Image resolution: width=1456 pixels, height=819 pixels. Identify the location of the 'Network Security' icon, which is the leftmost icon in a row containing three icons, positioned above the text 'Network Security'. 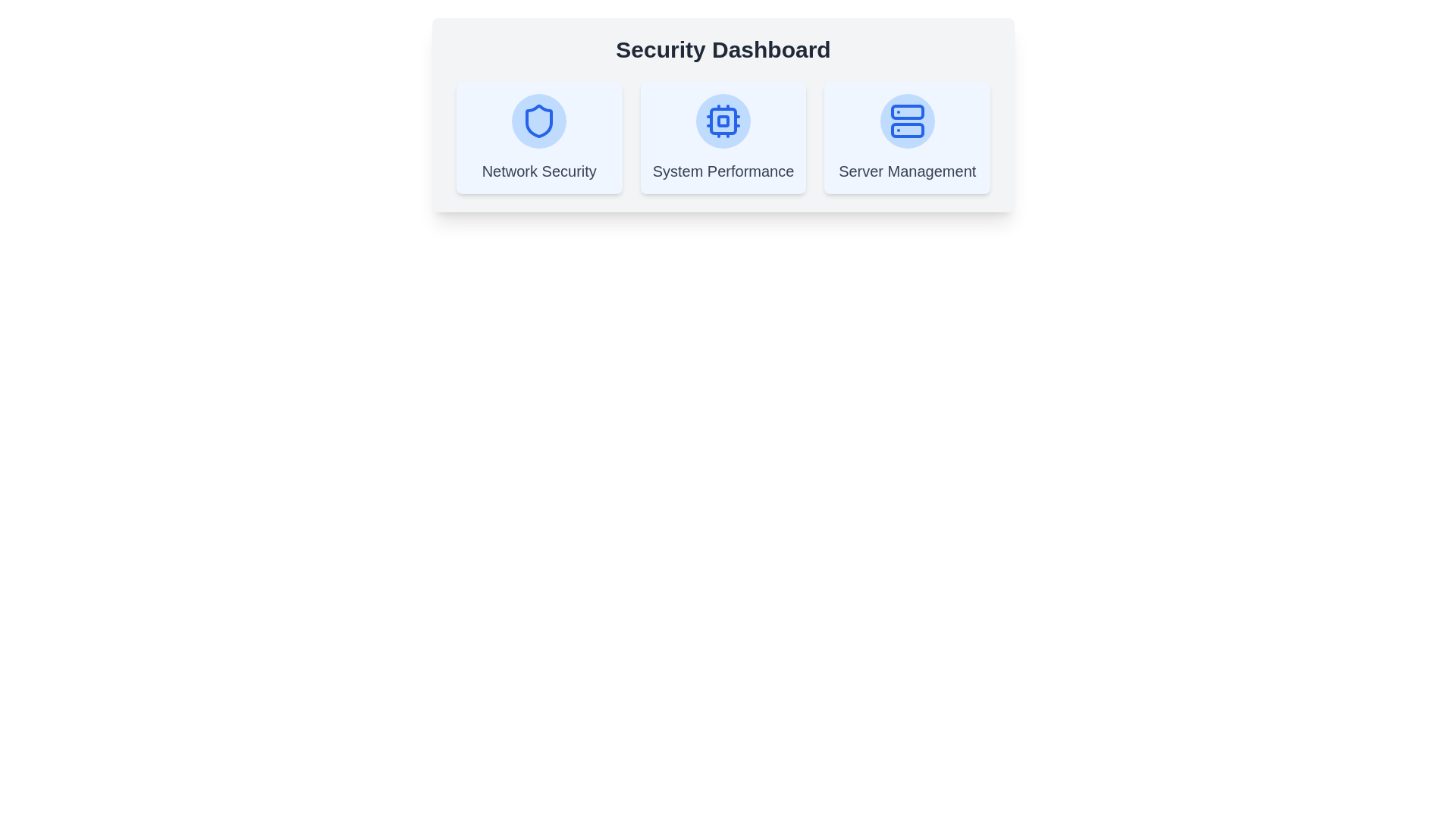
(539, 120).